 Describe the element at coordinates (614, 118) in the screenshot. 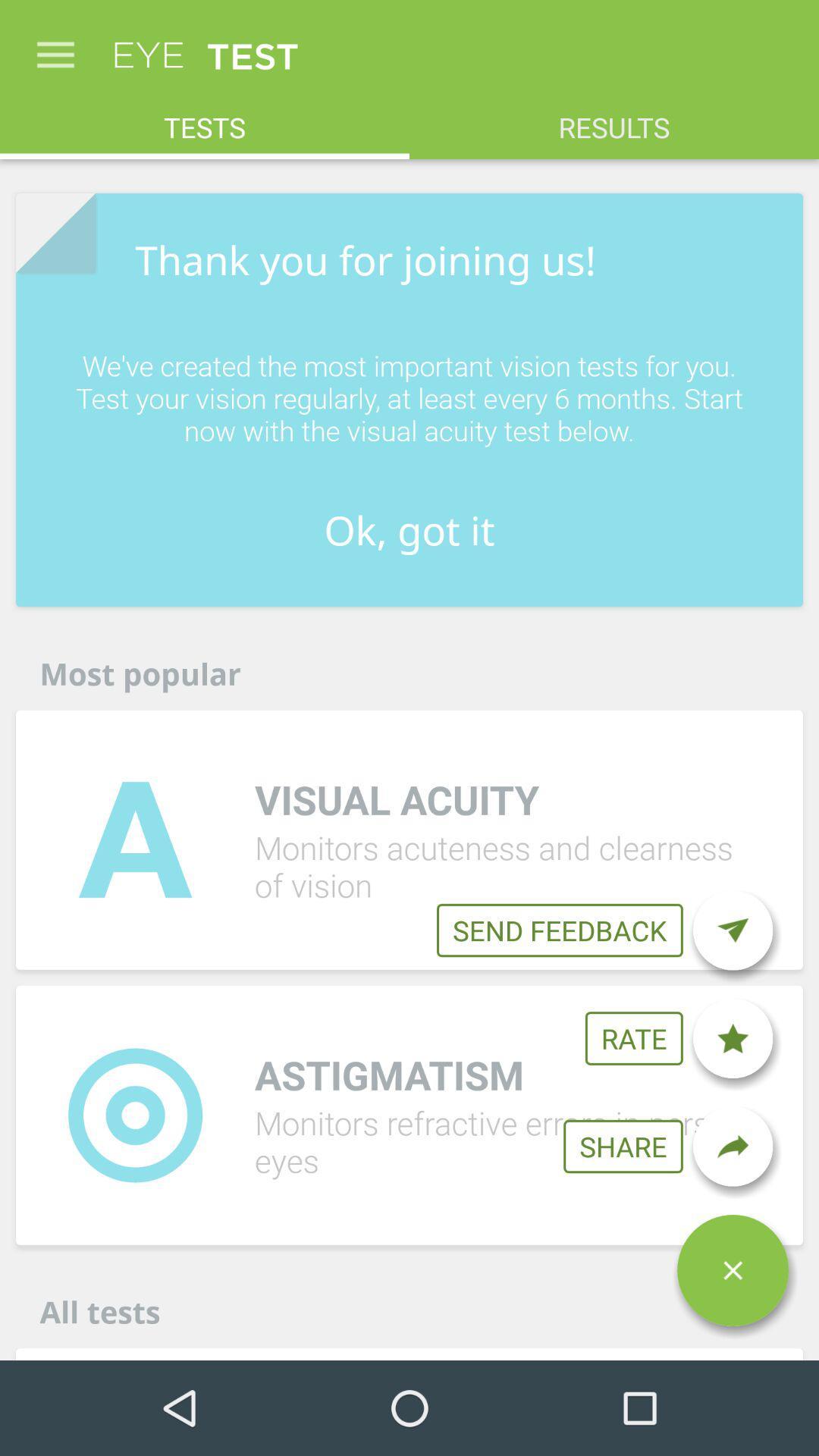

I see `the results` at that location.